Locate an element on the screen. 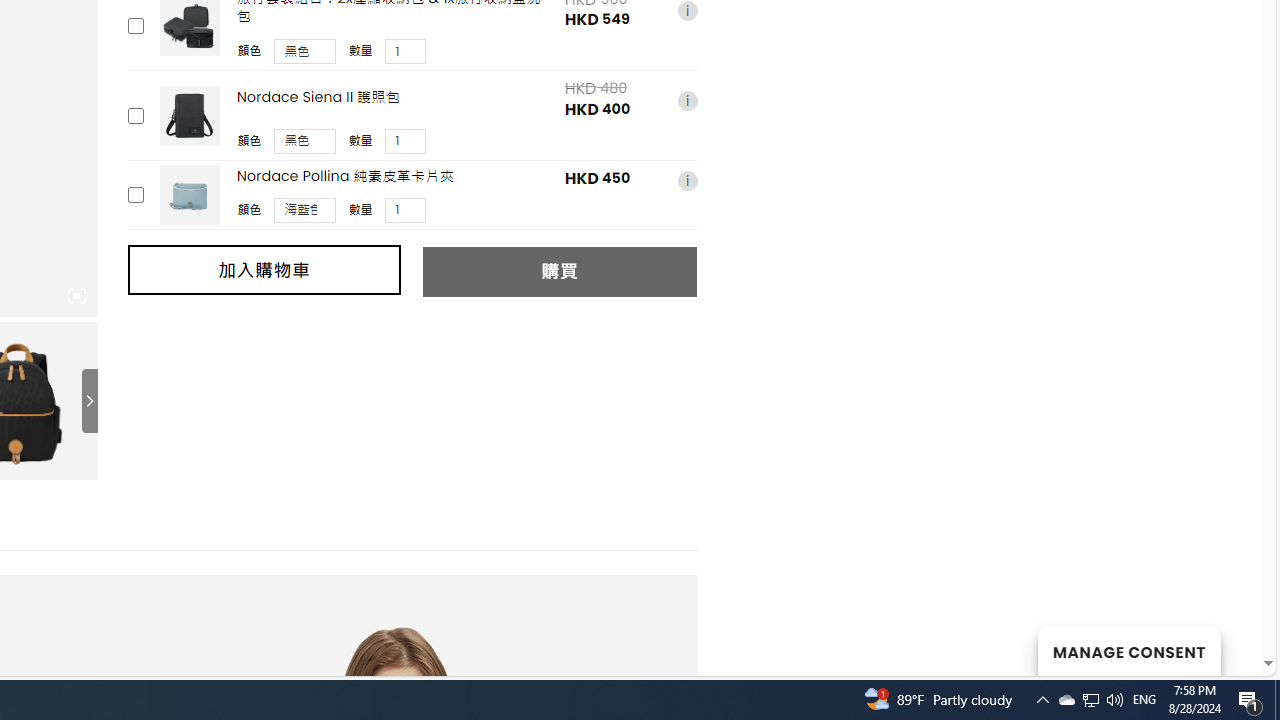  'Class: iconic-woothumbs-fullscreen' is located at coordinates (76, 296).